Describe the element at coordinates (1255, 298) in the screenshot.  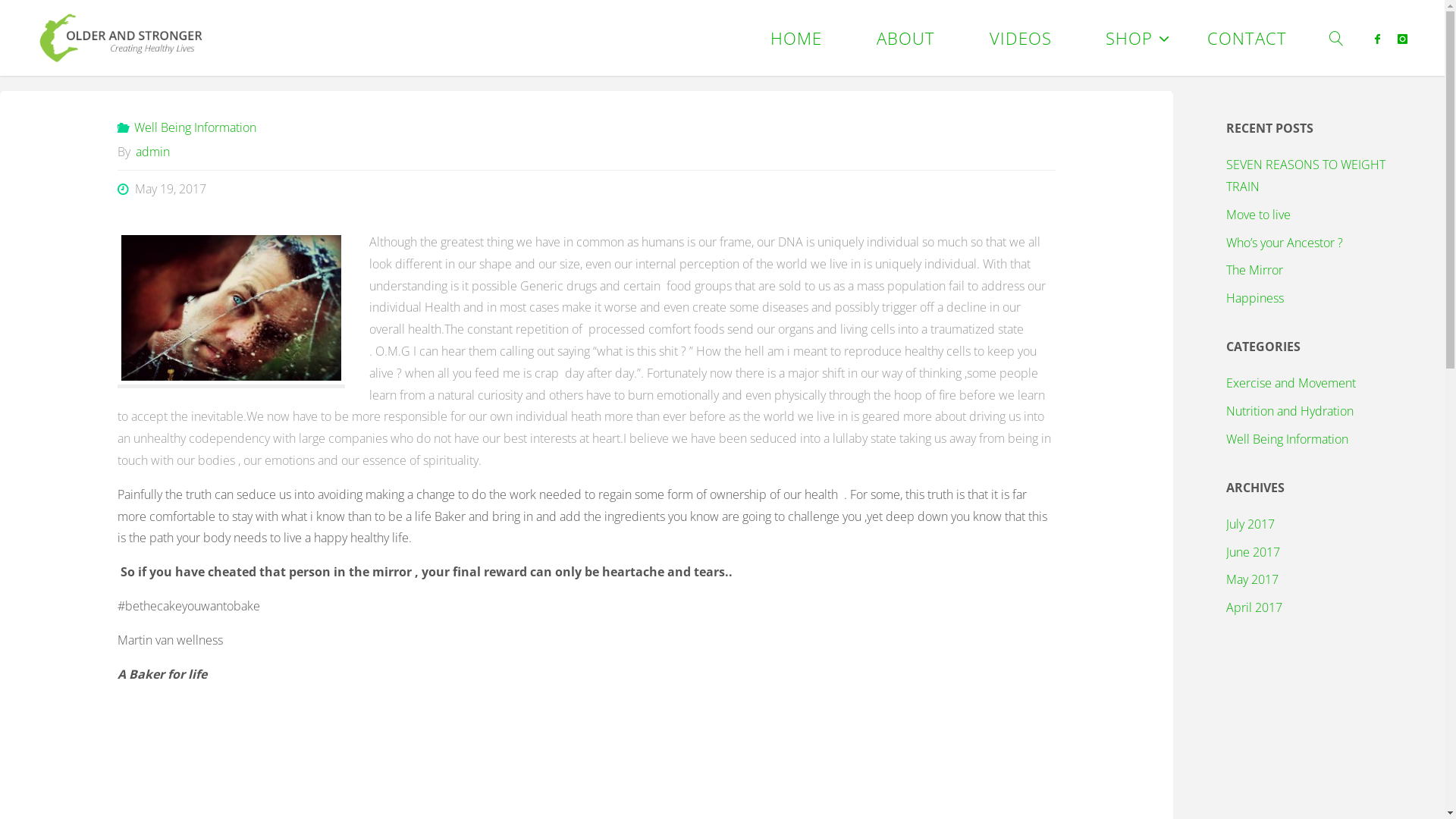
I see `'Happiness'` at that location.